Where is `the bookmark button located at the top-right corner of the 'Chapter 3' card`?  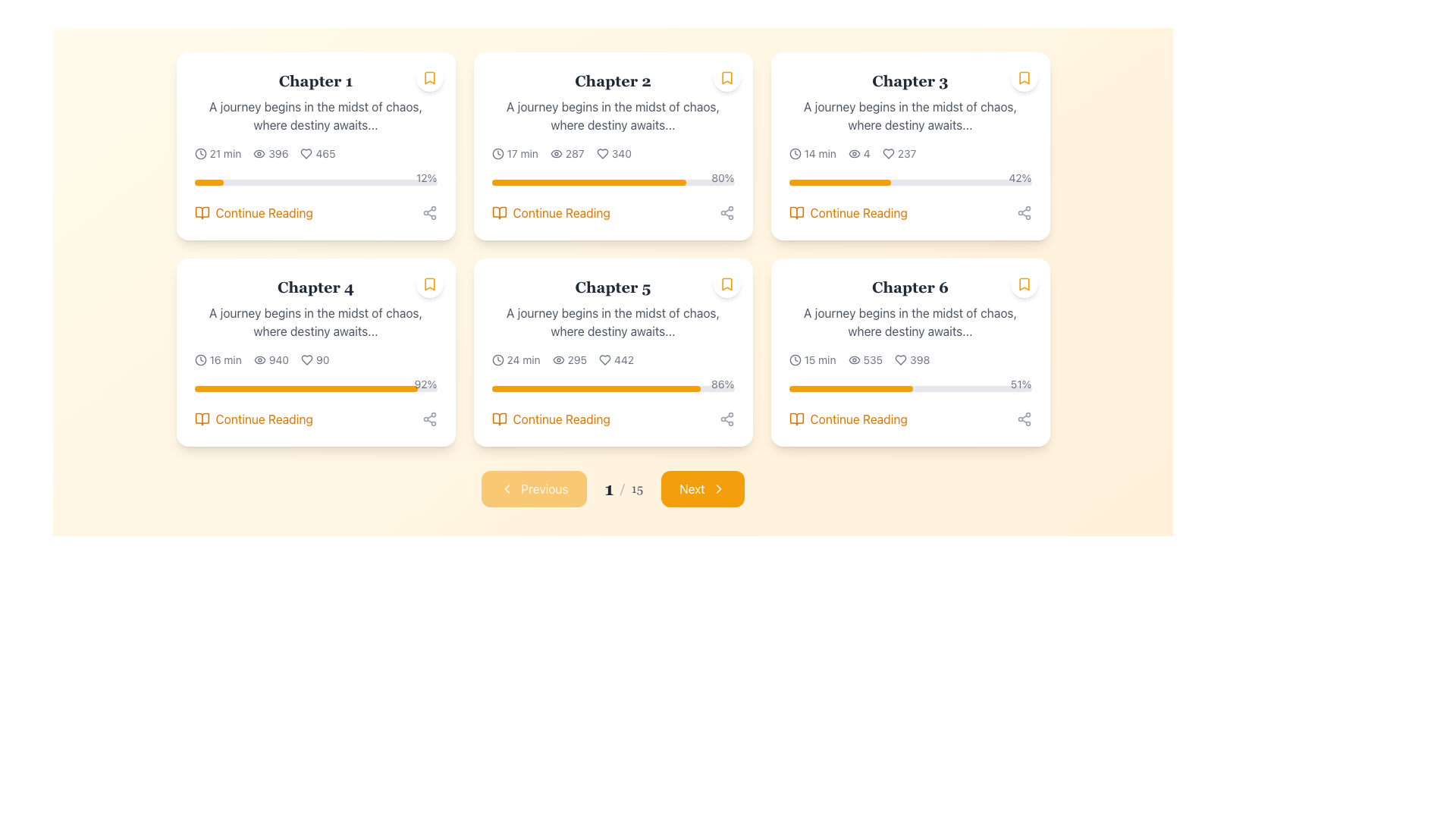
the bookmark button located at the top-right corner of the 'Chapter 3' card is located at coordinates (1024, 78).